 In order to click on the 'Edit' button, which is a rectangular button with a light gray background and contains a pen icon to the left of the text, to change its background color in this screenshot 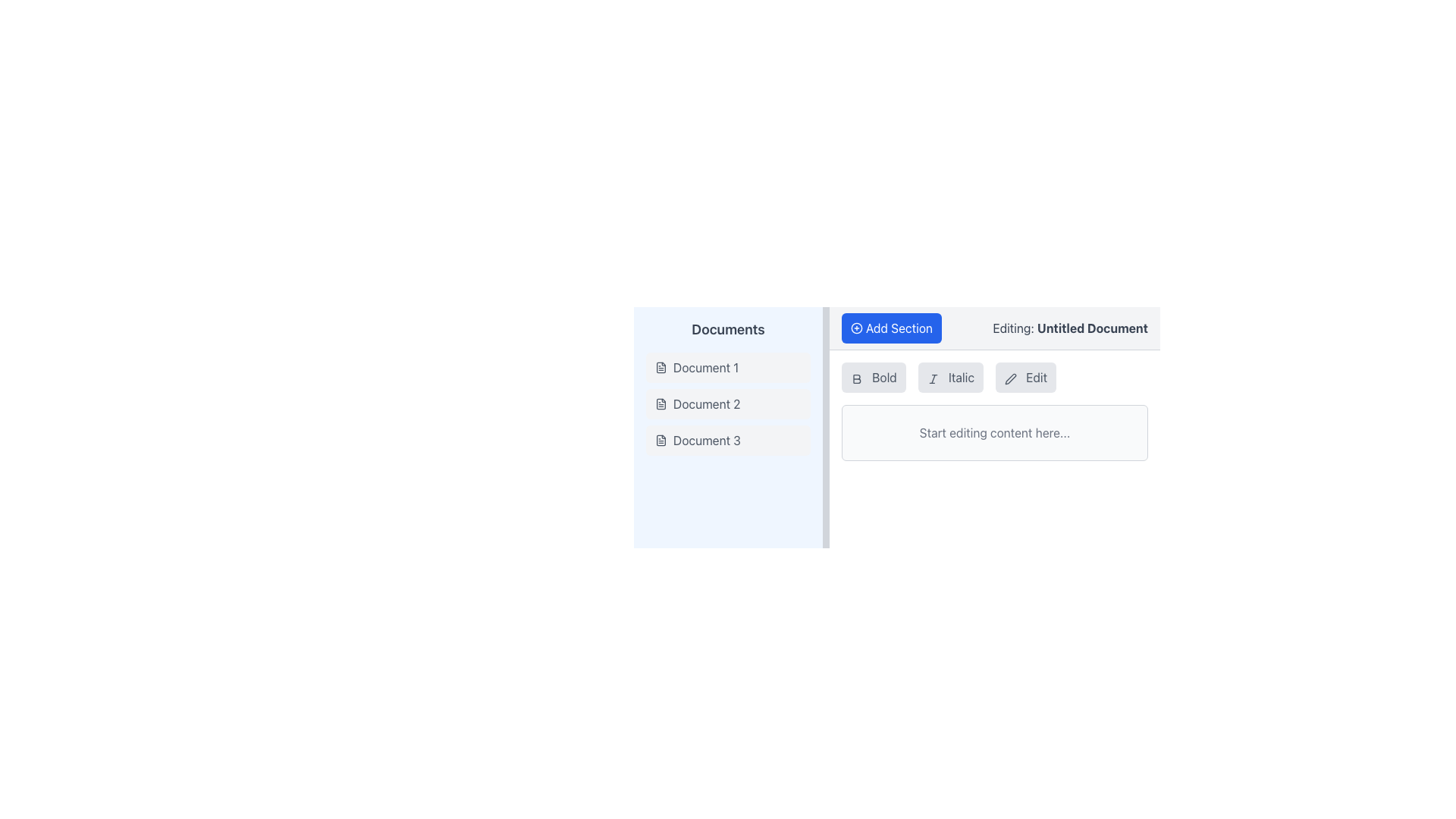, I will do `click(1026, 376)`.